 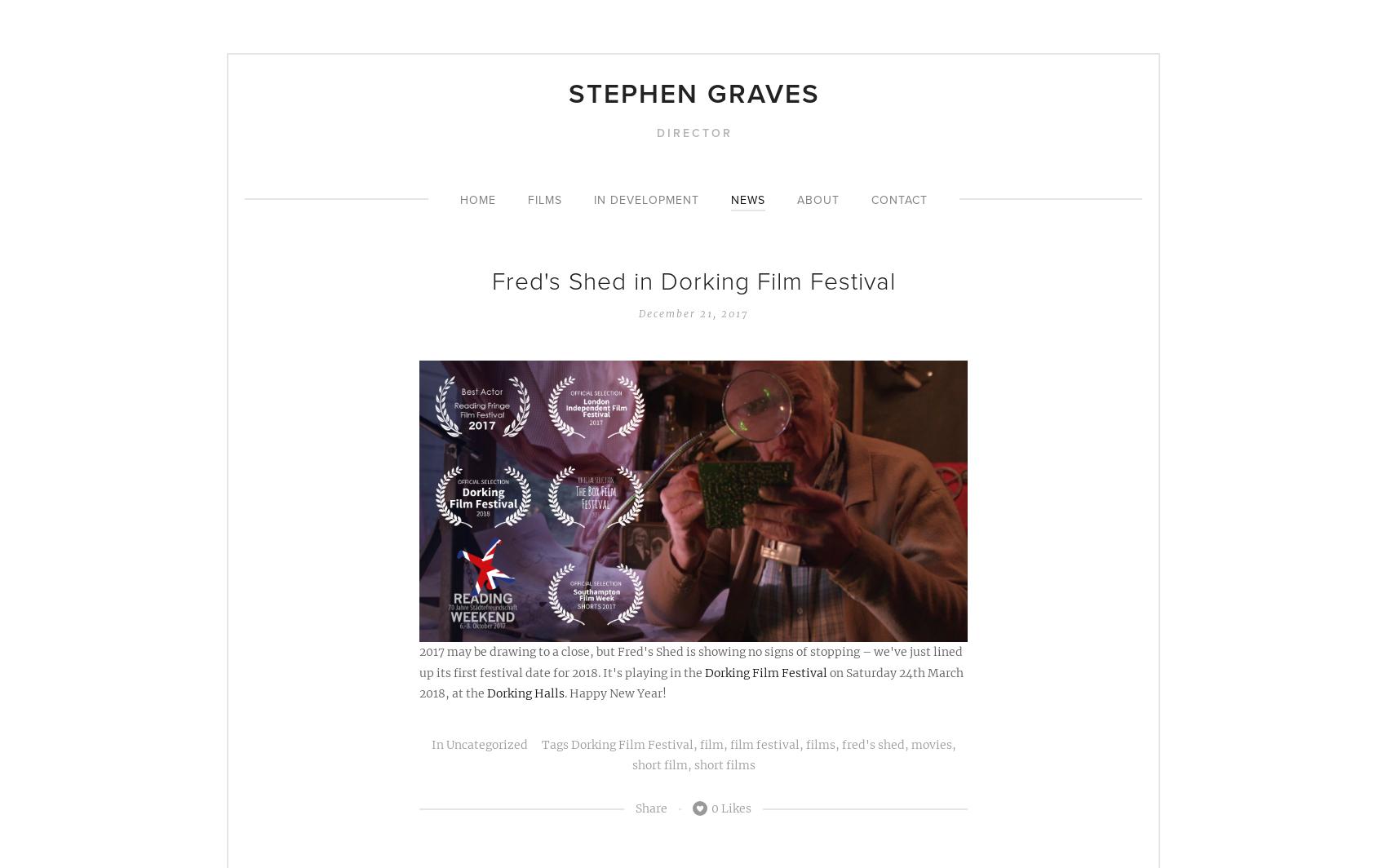 I want to click on 'Films', so click(x=544, y=200).